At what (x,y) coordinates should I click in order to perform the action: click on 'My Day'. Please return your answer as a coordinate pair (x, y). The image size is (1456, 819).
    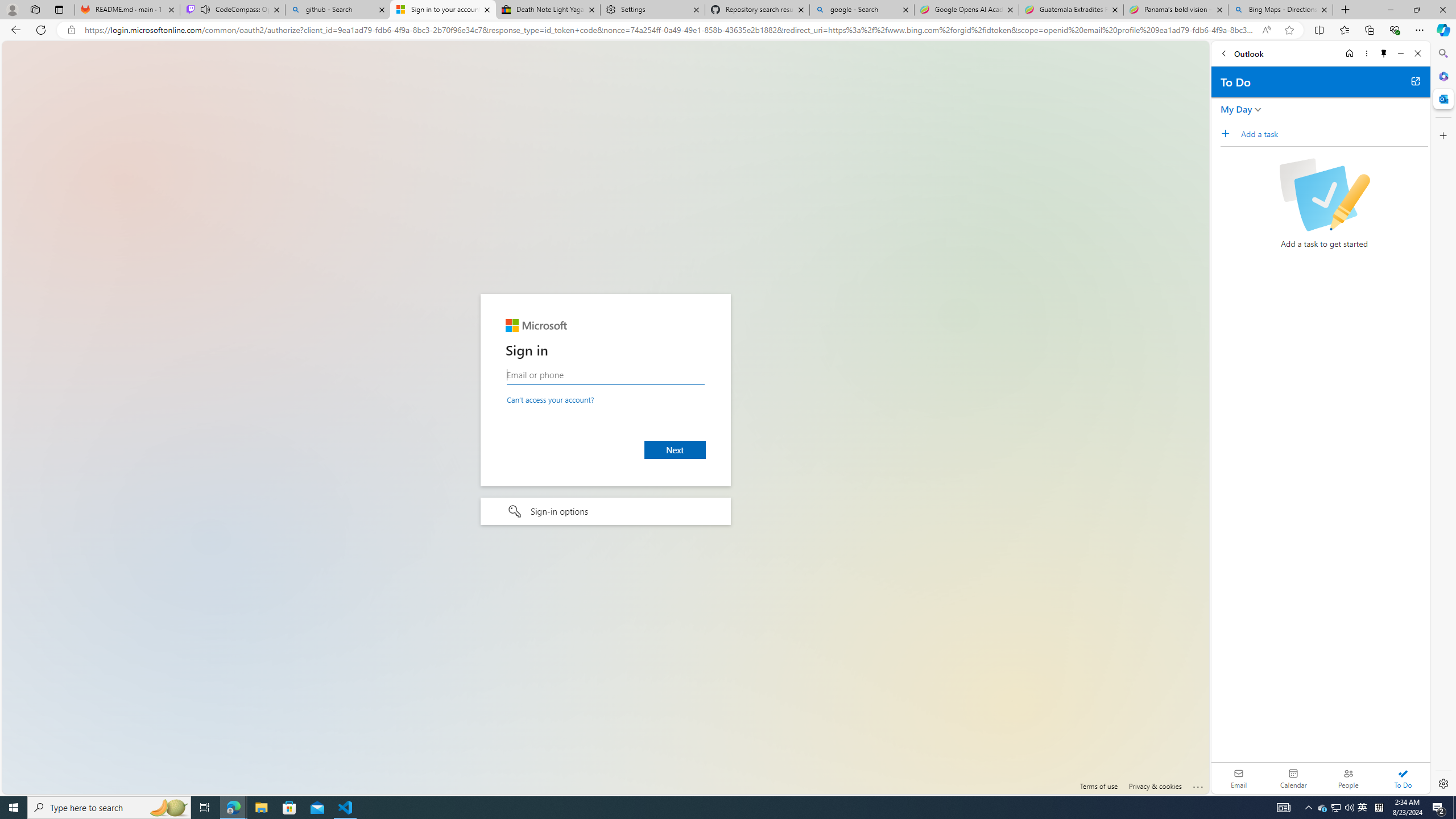
    Looking at the image, I should click on (1235, 109).